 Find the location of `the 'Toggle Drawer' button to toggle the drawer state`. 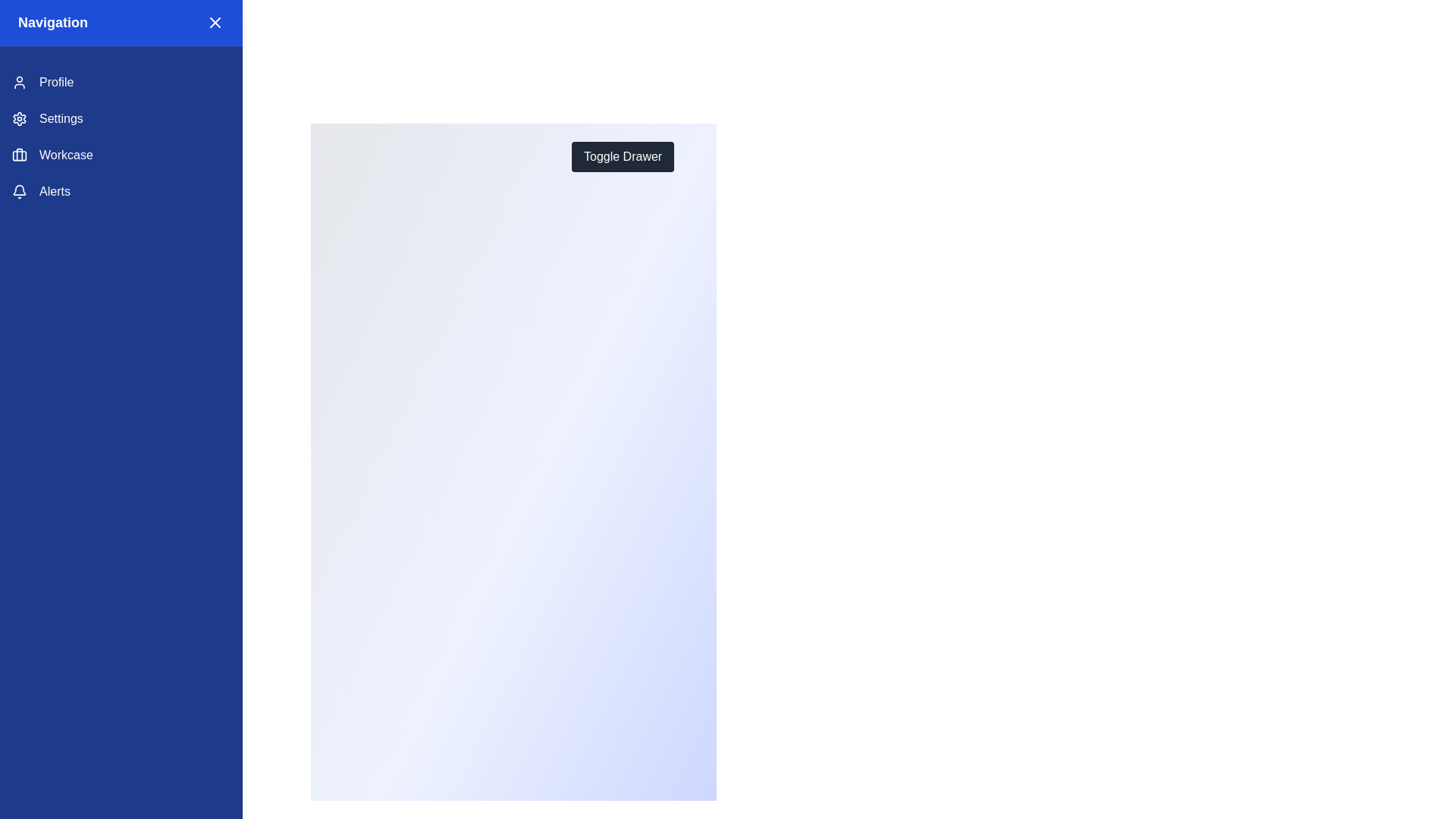

the 'Toggle Drawer' button to toggle the drawer state is located at coordinates (622, 157).